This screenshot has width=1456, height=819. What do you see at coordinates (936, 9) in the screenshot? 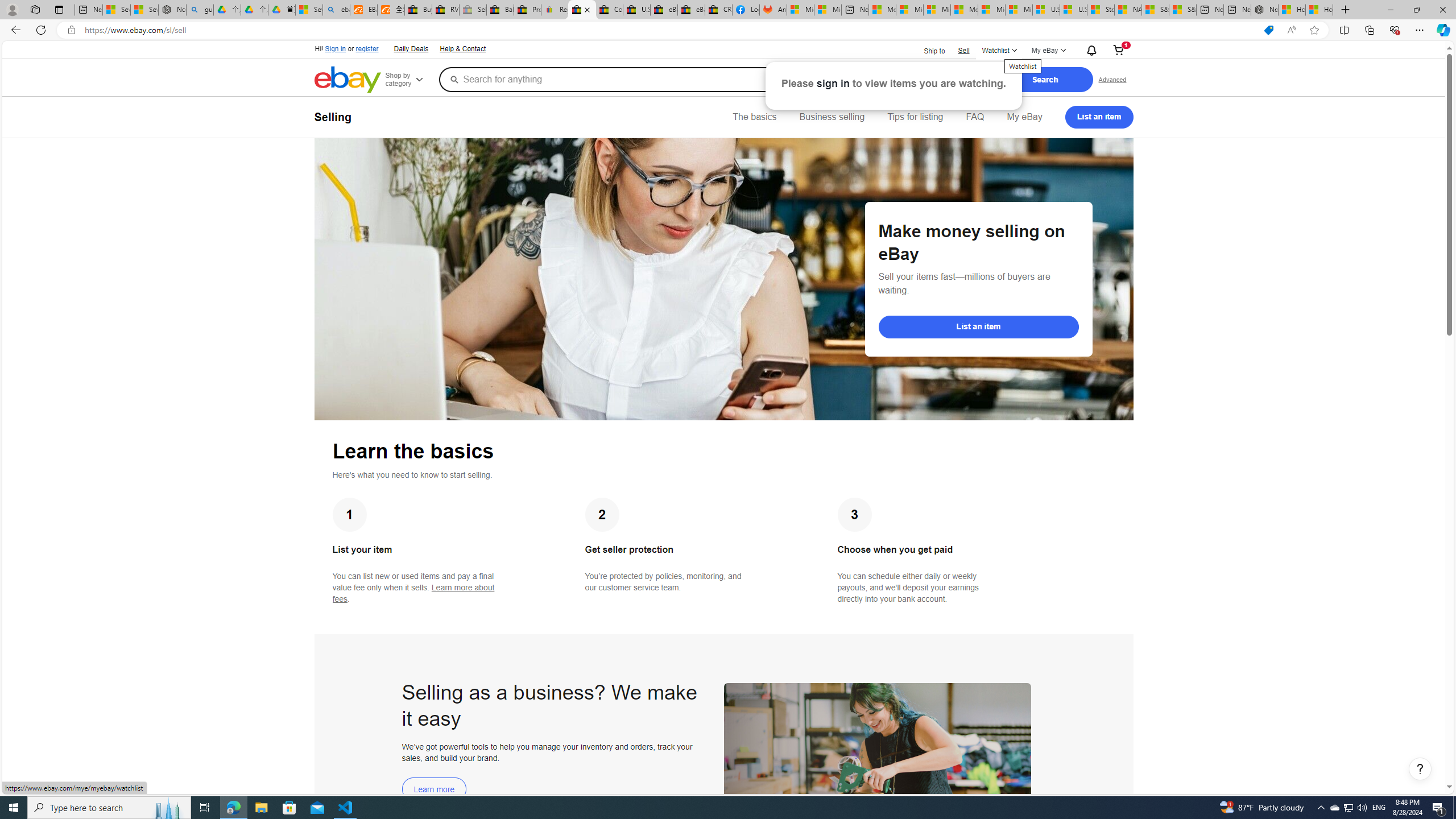
I see `'Microsoft account | Home'` at bounding box center [936, 9].